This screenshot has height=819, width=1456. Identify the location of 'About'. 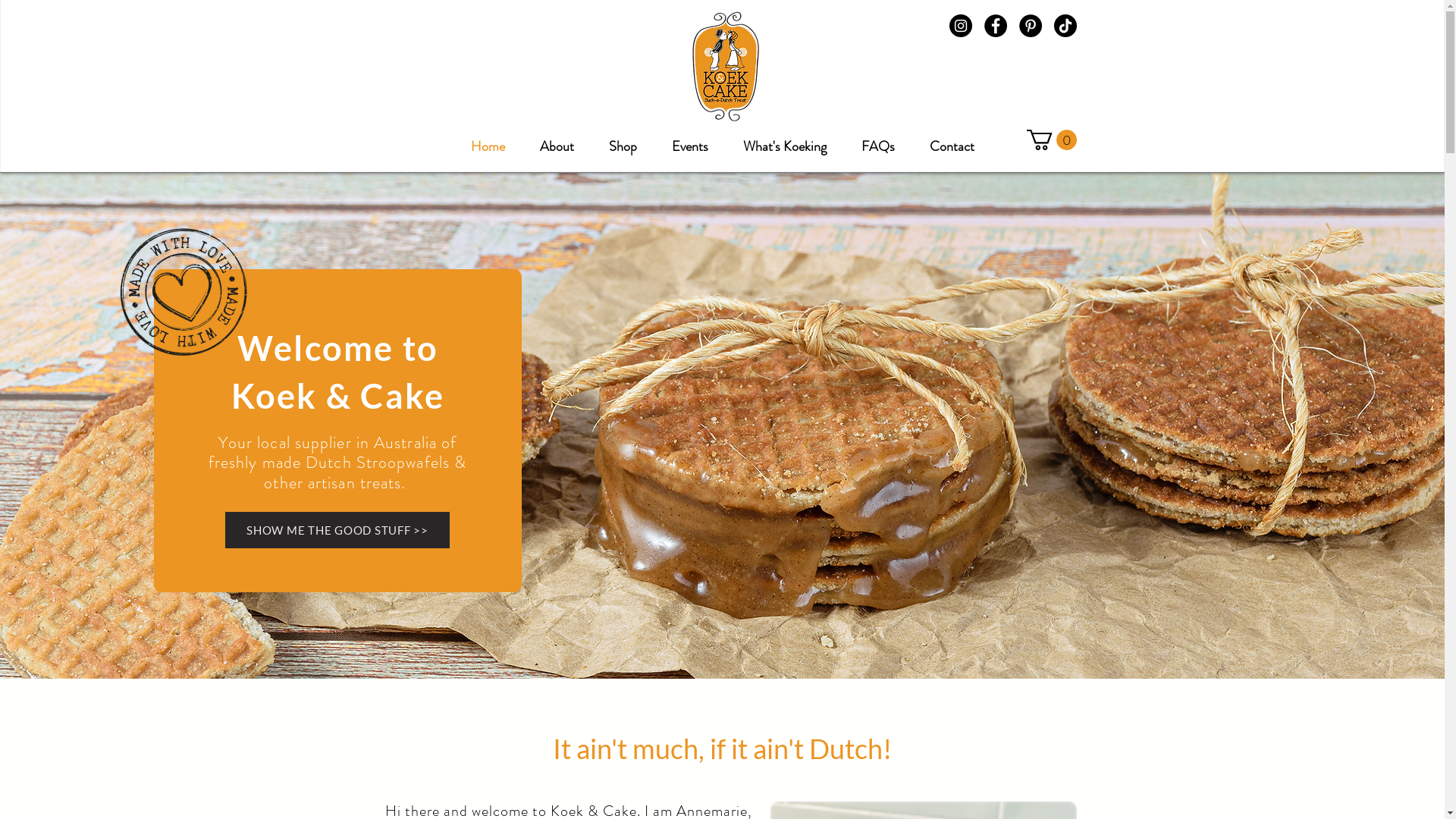
(556, 140).